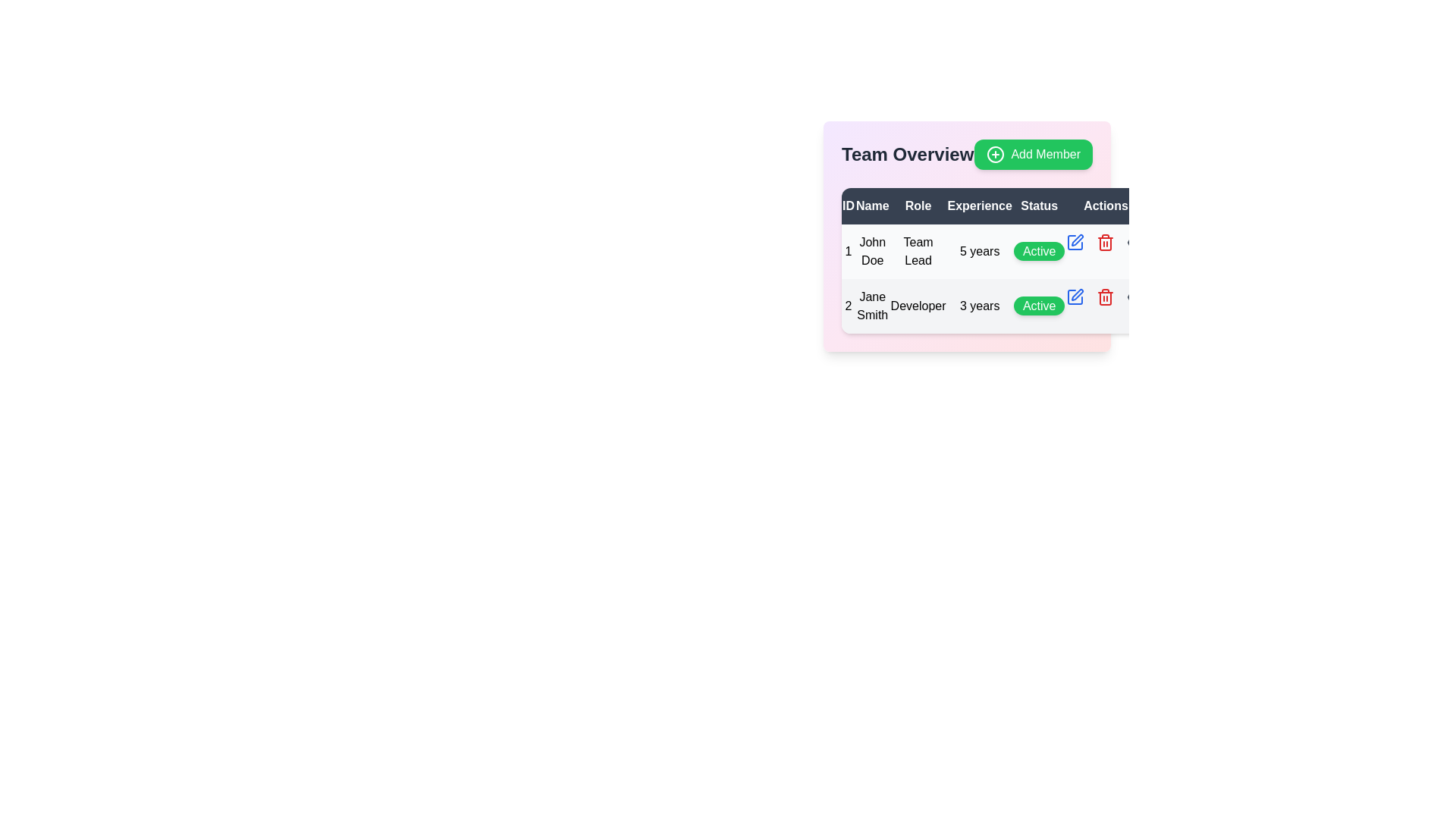 The width and height of the screenshot is (1456, 819). What do you see at coordinates (1038, 306) in the screenshot?
I see `the 'Active' status label for 'Jane Smith' located in the 'Status' column of the second row of the table` at bounding box center [1038, 306].